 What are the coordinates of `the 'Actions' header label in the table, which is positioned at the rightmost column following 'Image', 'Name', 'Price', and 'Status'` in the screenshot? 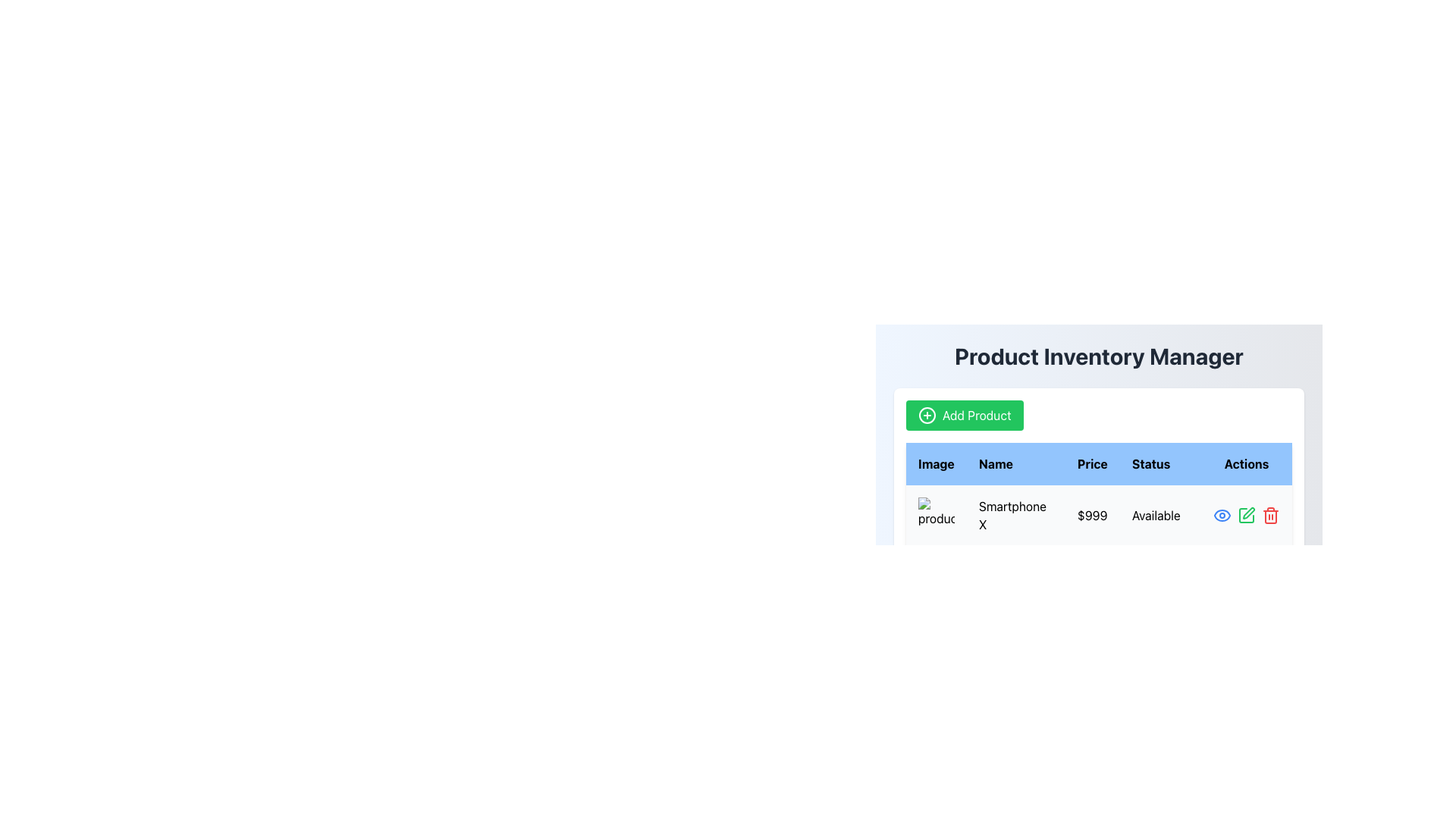 It's located at (1246, 463).